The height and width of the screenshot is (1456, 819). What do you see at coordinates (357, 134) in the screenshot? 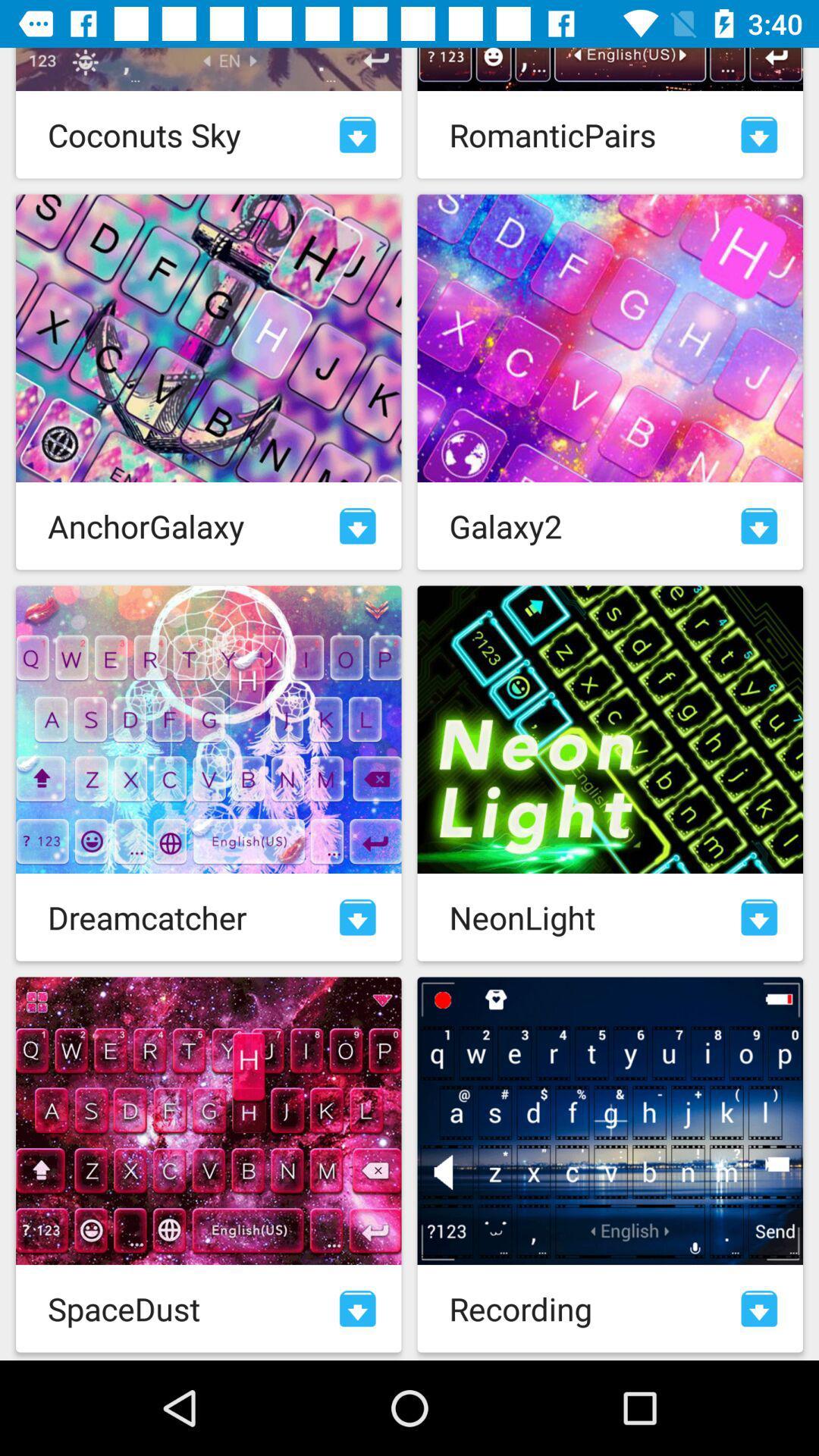
I see `archive coconuts sky` at bounding box center [357, 134].